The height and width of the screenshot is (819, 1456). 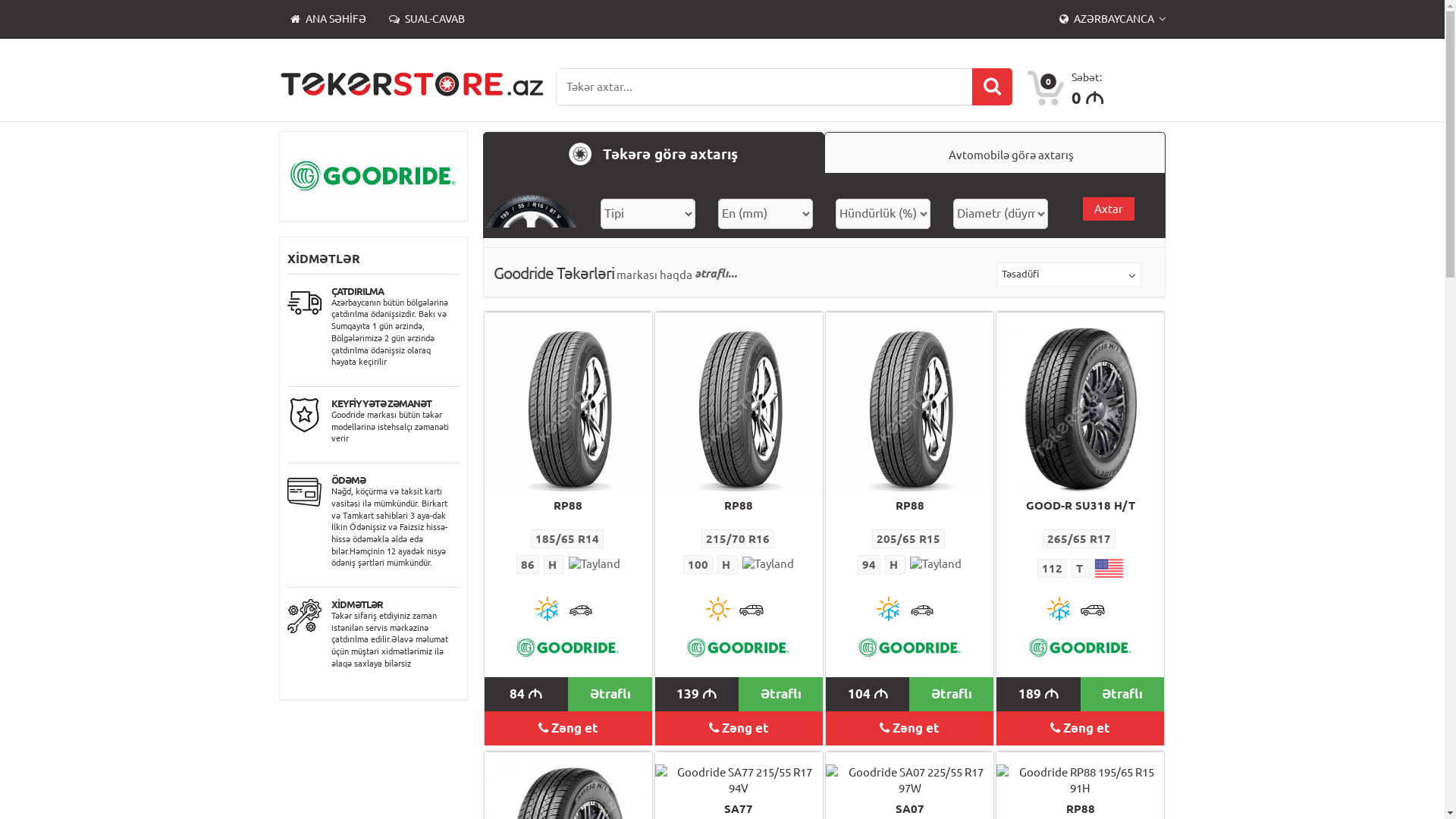 I want to click on 'Goodride RP88 185/65 R14 86H', so click(x=567, y=401).